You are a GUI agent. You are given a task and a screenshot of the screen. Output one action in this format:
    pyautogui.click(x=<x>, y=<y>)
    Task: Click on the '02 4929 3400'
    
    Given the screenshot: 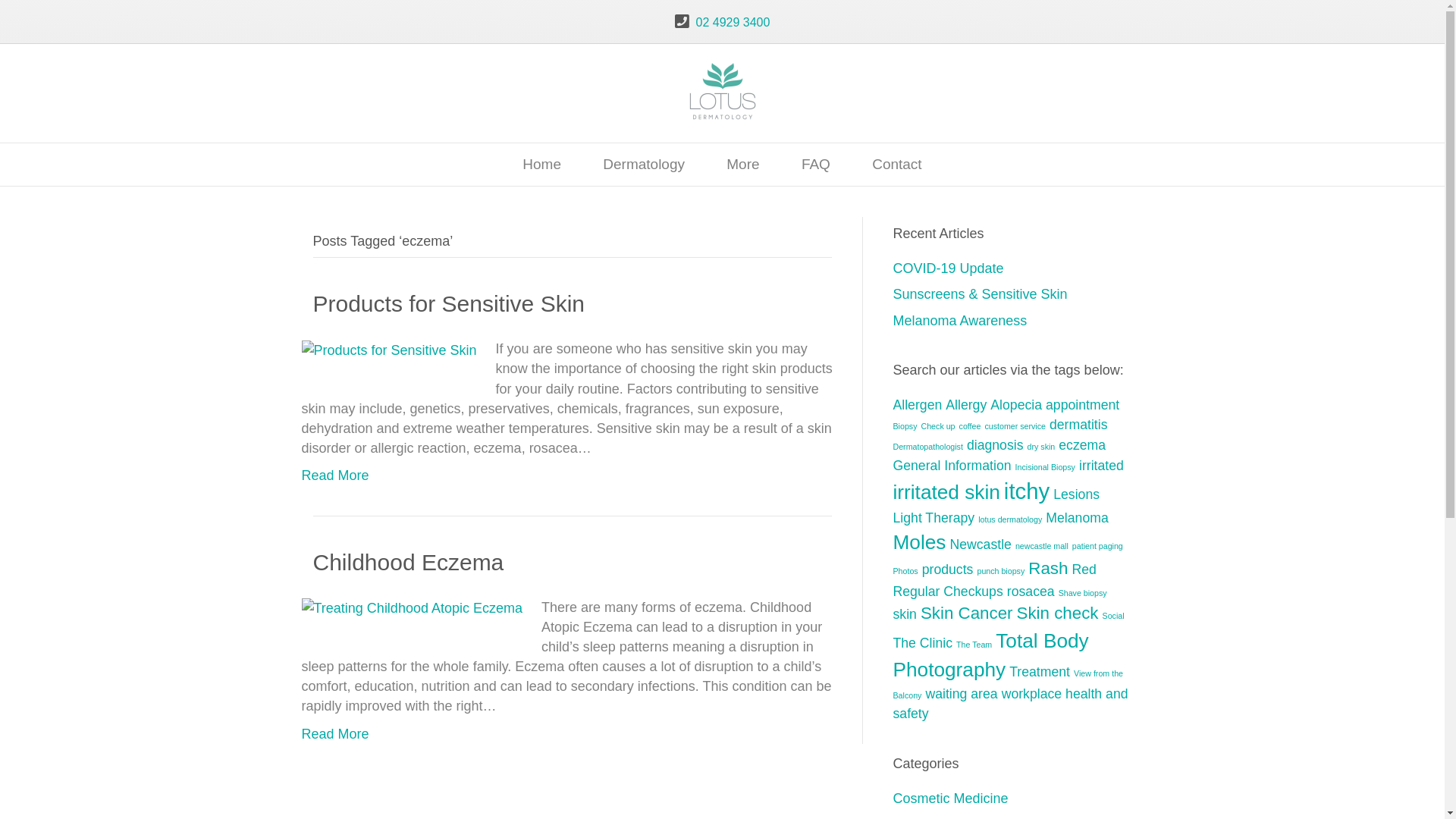 What is the action you would take?
    pyautogui.click(x=733, y=22)
    